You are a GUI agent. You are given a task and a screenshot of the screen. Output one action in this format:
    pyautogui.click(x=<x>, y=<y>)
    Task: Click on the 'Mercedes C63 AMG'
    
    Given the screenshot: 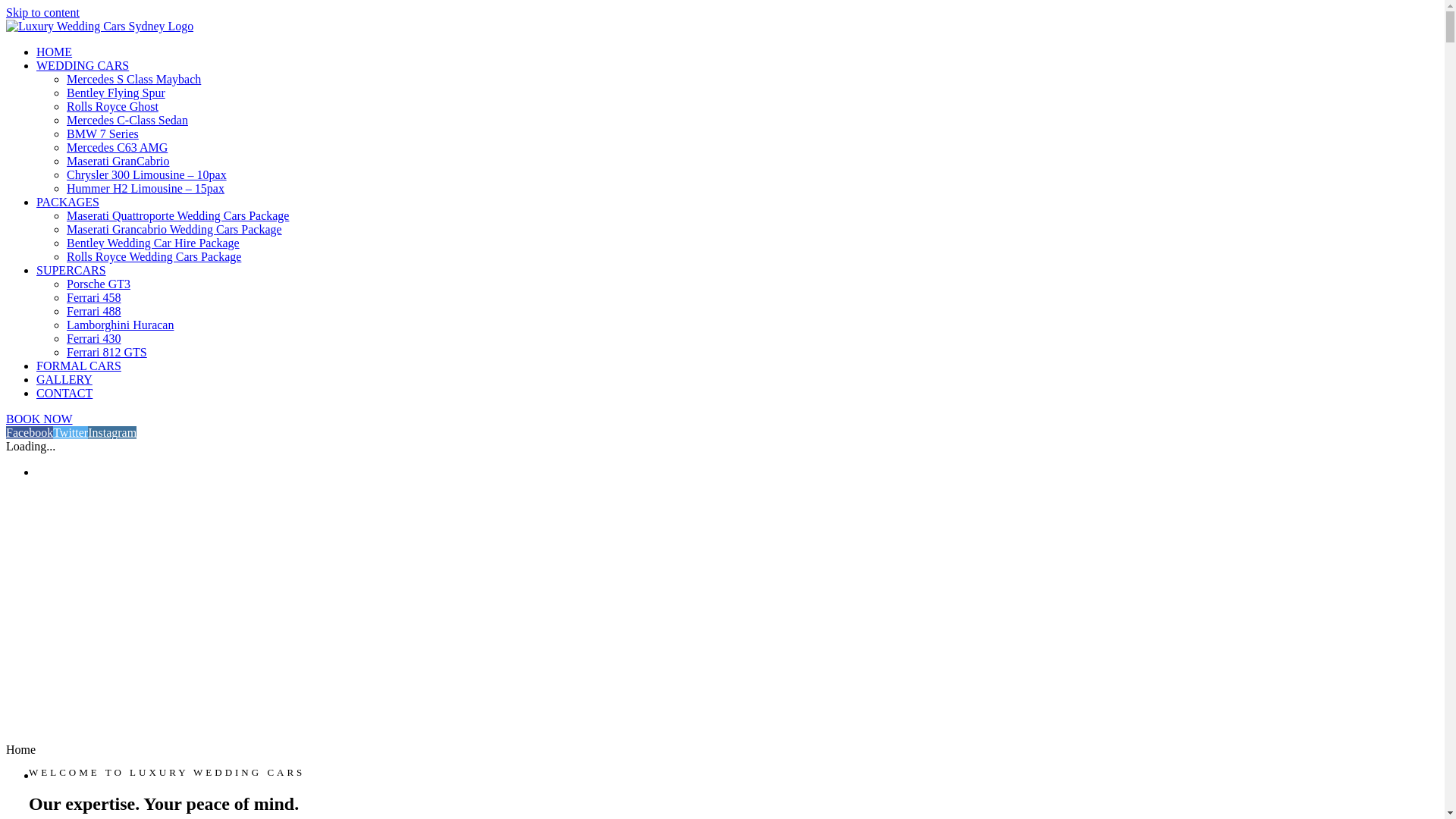 What is the action you would take?
    pyautogui.click(x=116, y=147)
    